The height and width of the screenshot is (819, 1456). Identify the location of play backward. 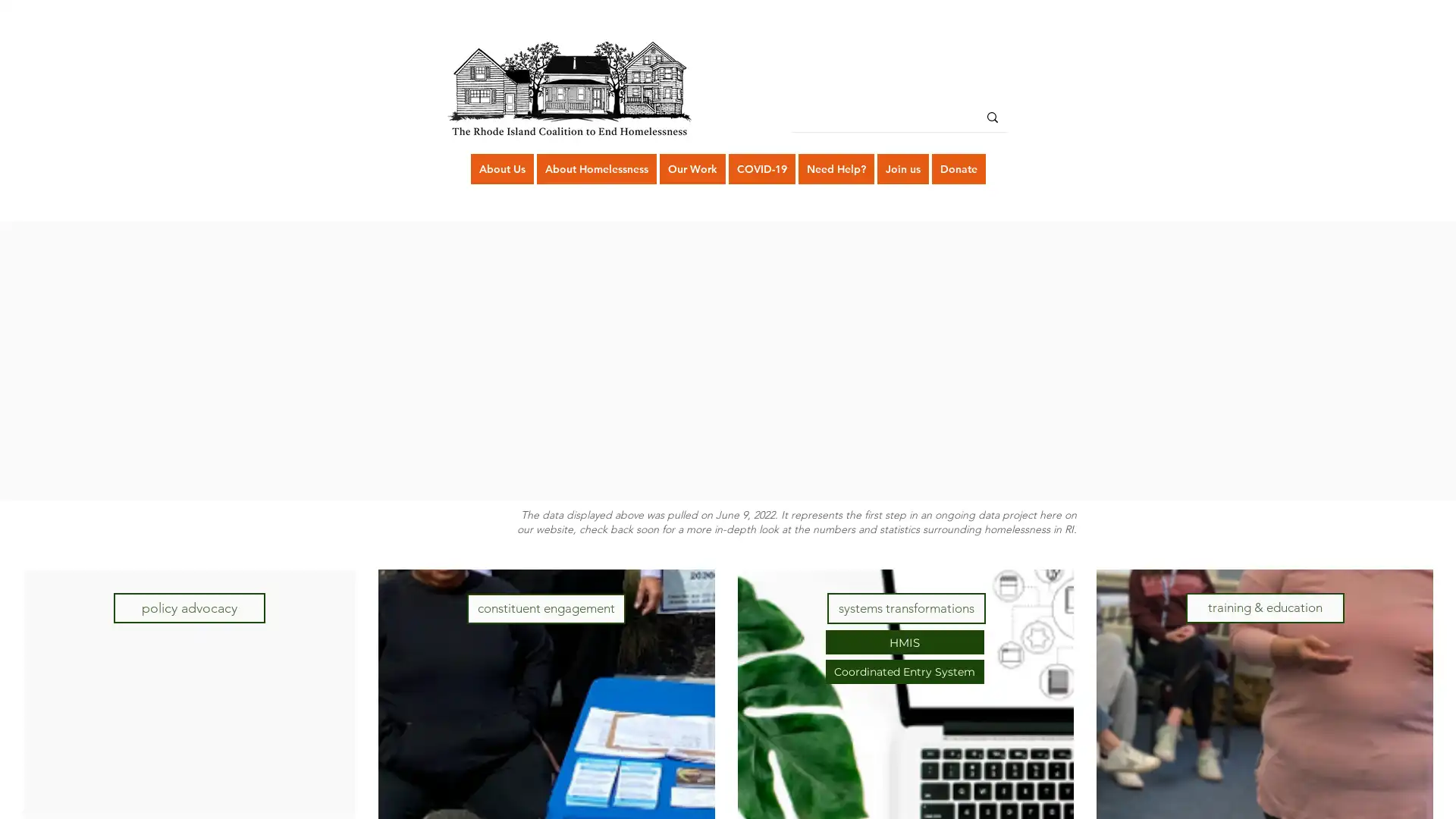
(369, 360).